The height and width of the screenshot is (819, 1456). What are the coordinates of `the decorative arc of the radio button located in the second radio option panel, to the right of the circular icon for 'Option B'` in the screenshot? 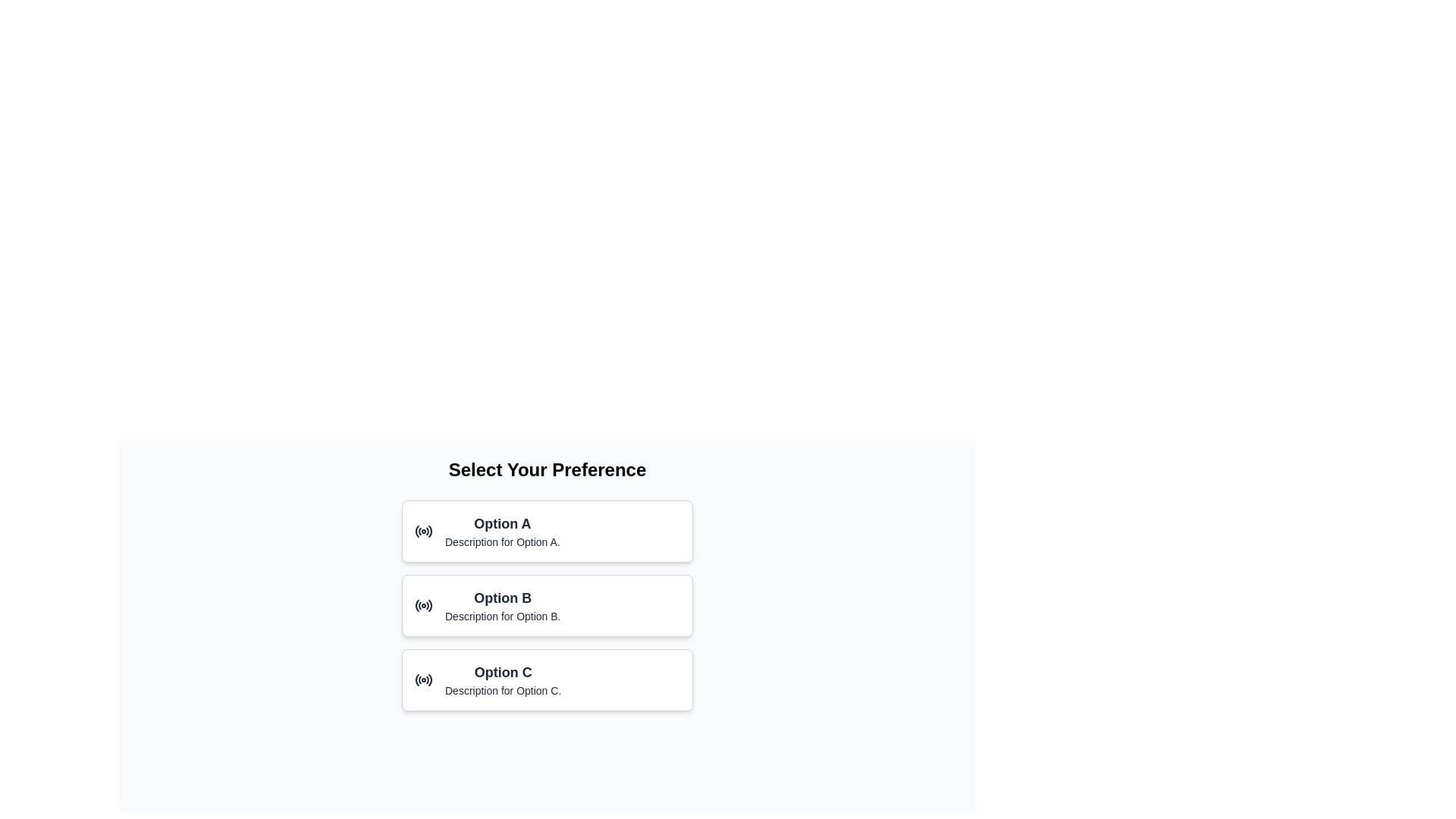 It's located at (429, 604).